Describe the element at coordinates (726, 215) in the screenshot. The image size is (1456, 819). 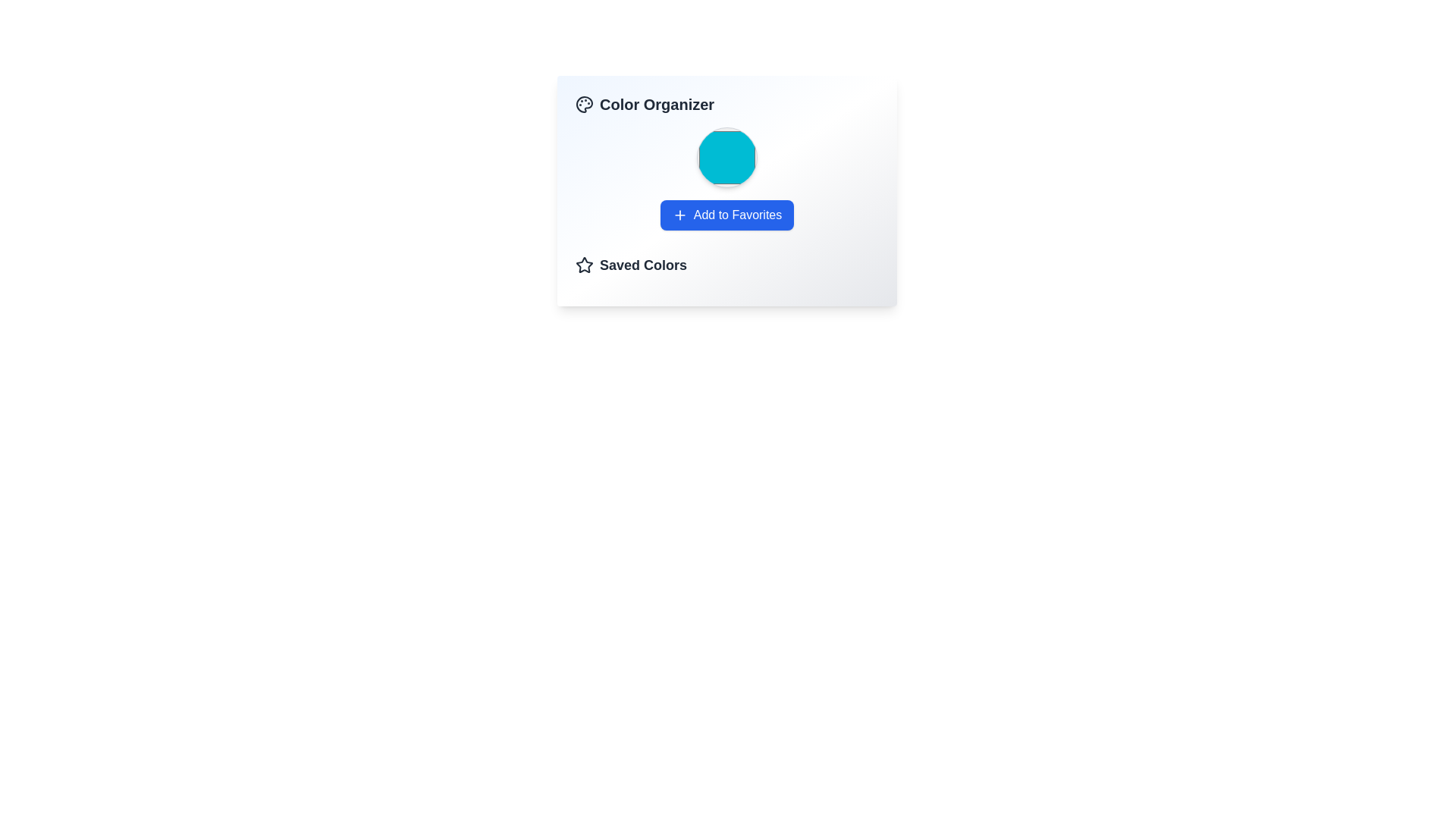
I see `the 'Add to Favorites' button, which has a blue background and white text` at that location.